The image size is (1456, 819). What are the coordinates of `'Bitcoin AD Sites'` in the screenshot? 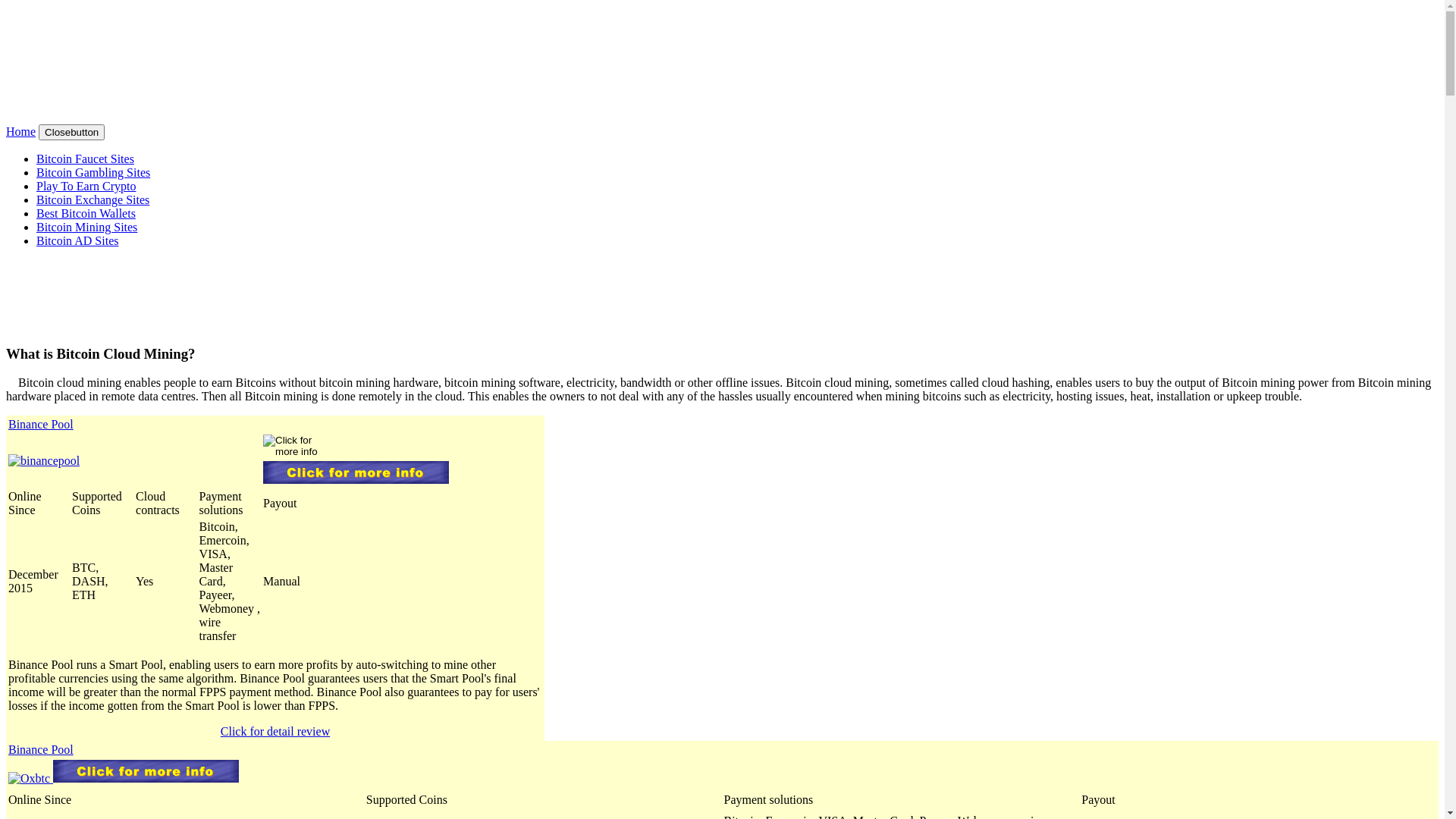 It's located at (76, 240).